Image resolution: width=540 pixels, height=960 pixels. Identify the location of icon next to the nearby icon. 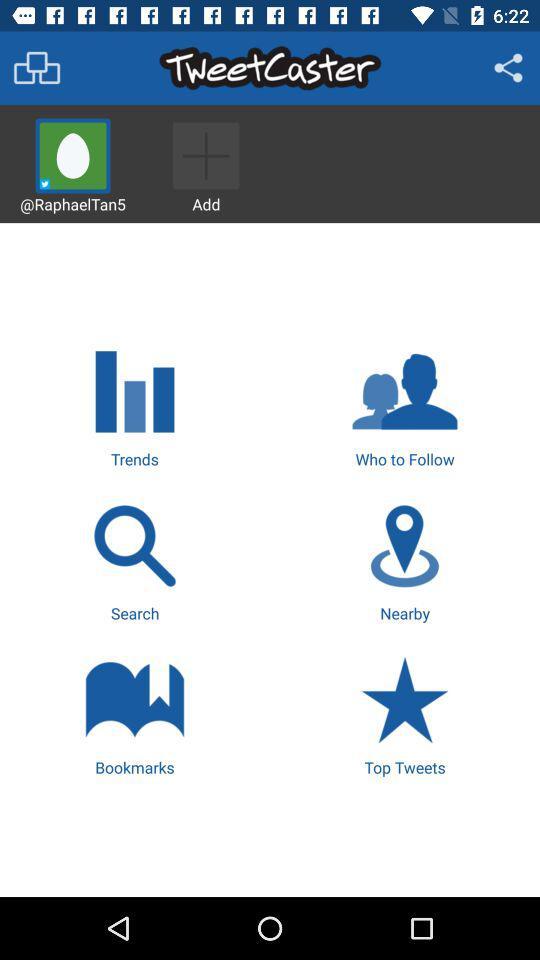
(135, 560).